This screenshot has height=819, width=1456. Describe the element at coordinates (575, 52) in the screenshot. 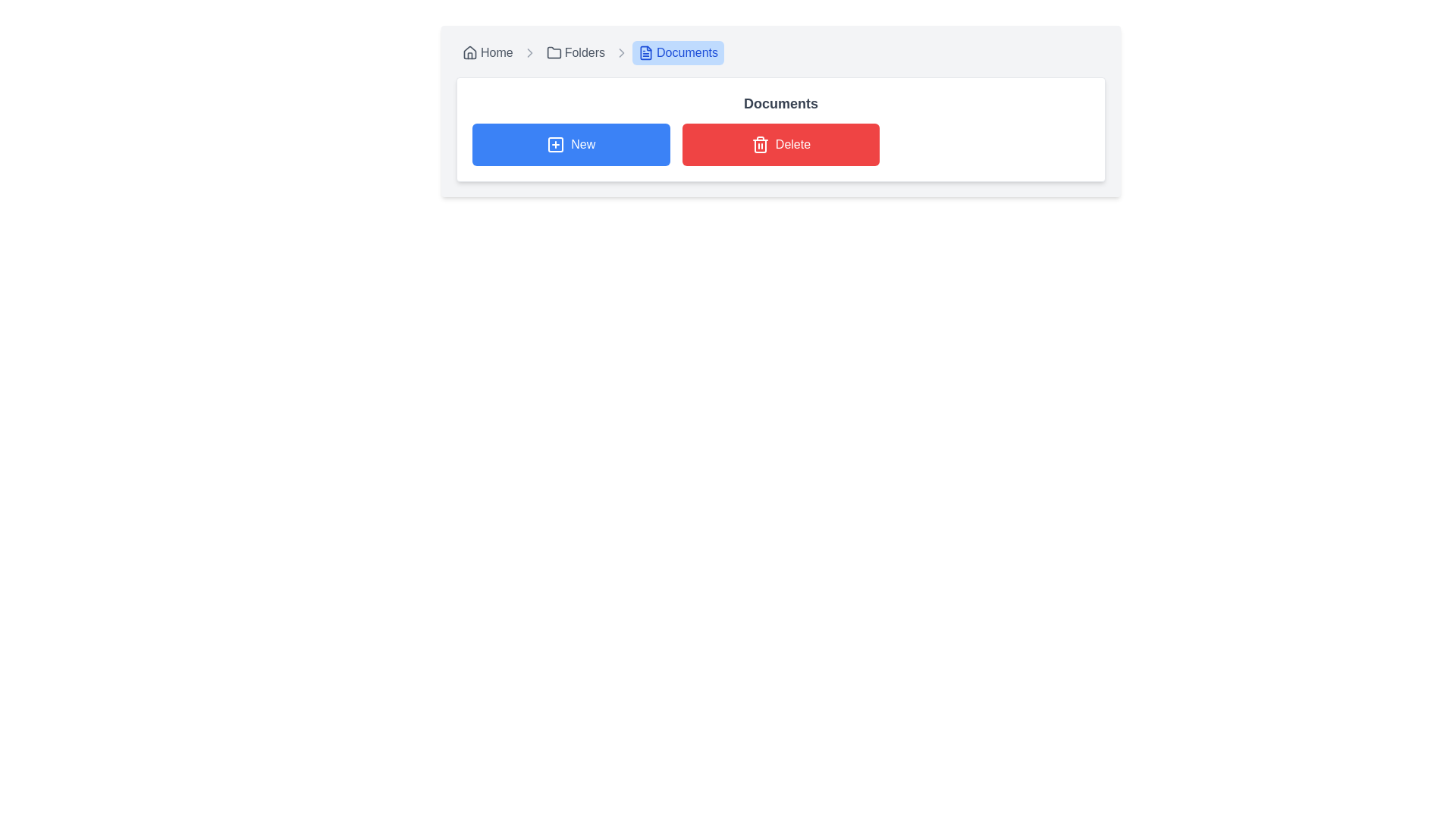

I see `the 'Folders' navigation link located in the breadcrumb row between 'Home' and 'Documents'` at that location.